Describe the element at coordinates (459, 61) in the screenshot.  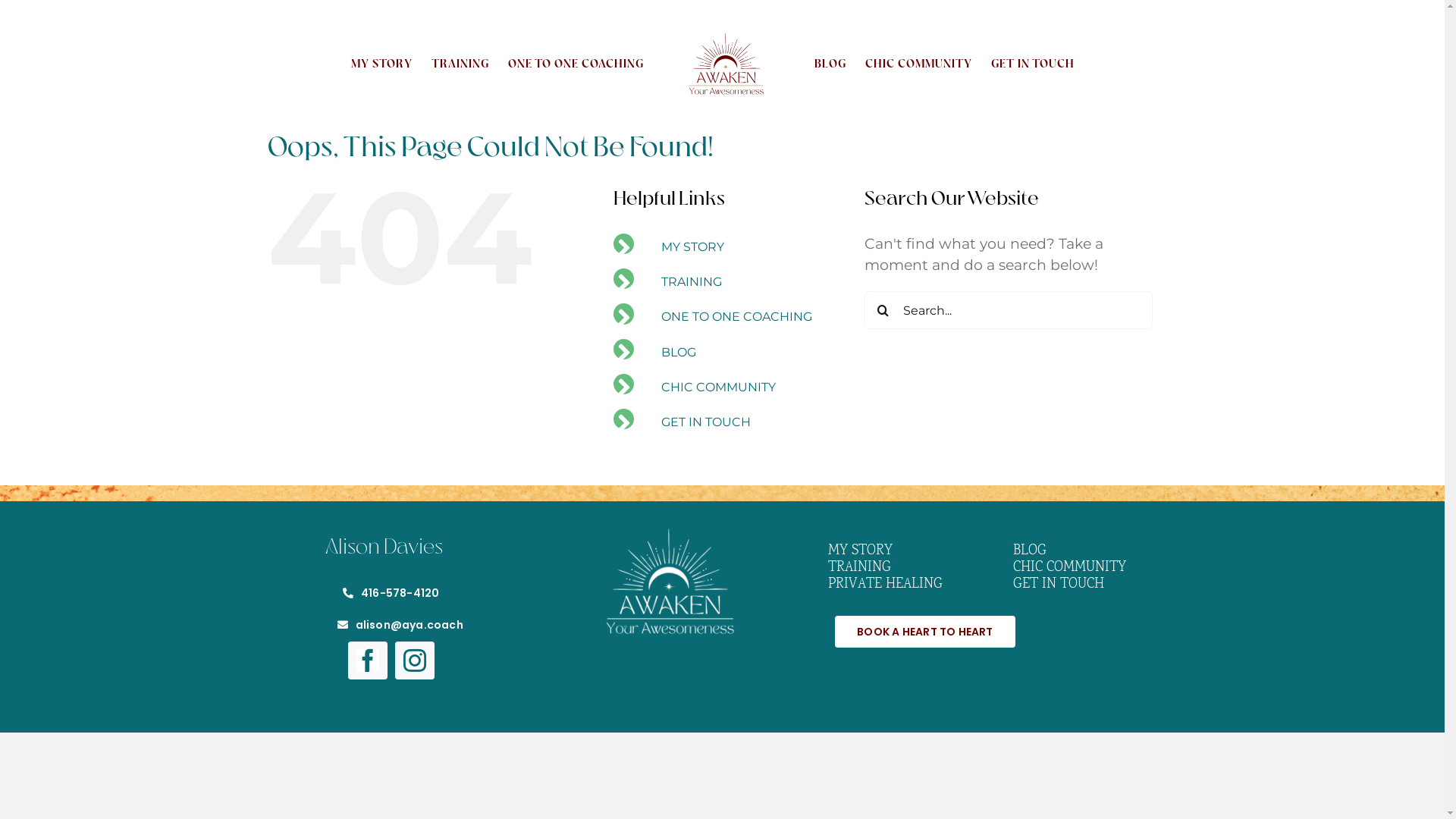
I see `'TRAINING'` at that location.